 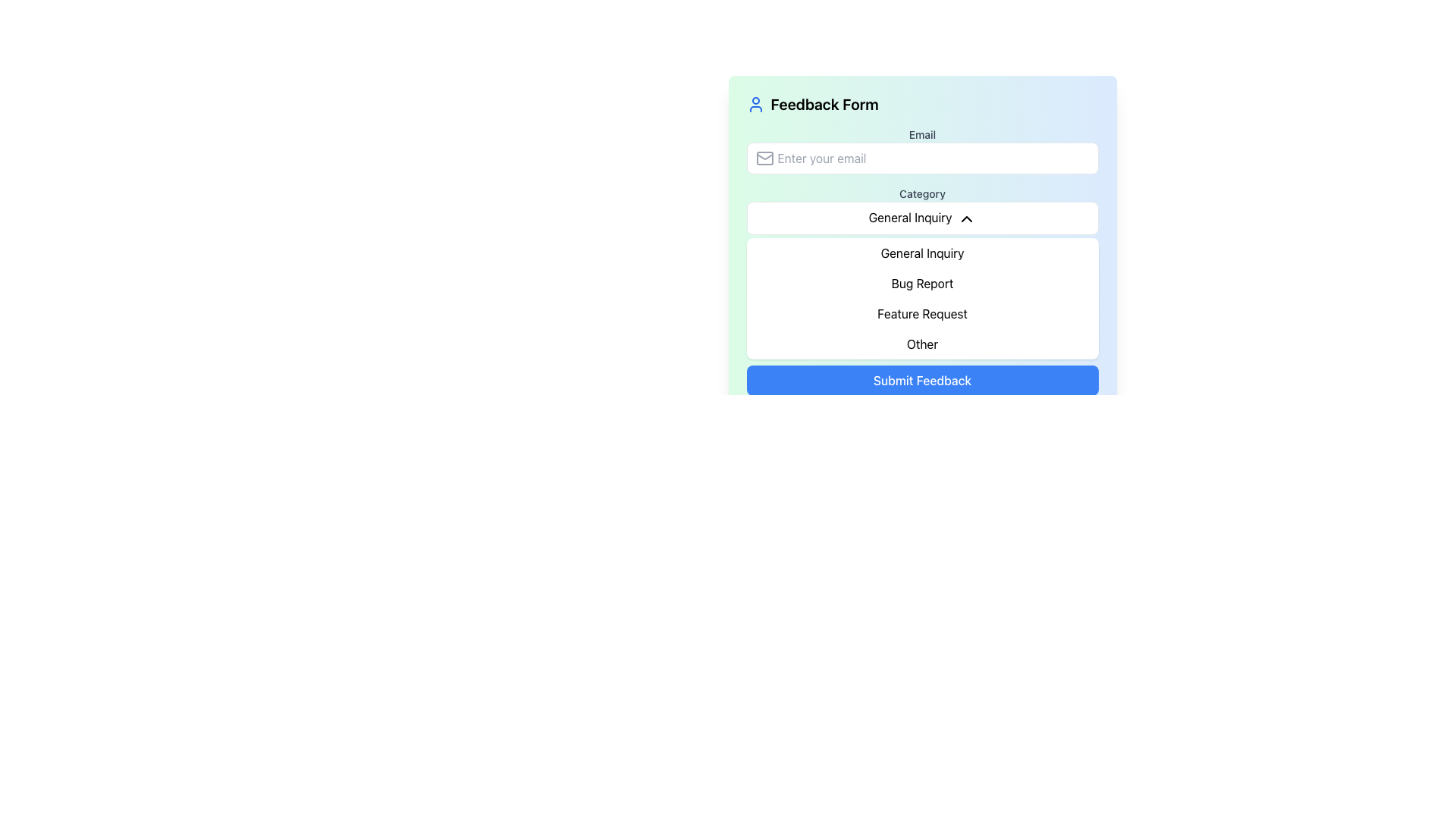 I want to click on the email input field located in the 'Email' section of the layout, so click(x=921, y=158).